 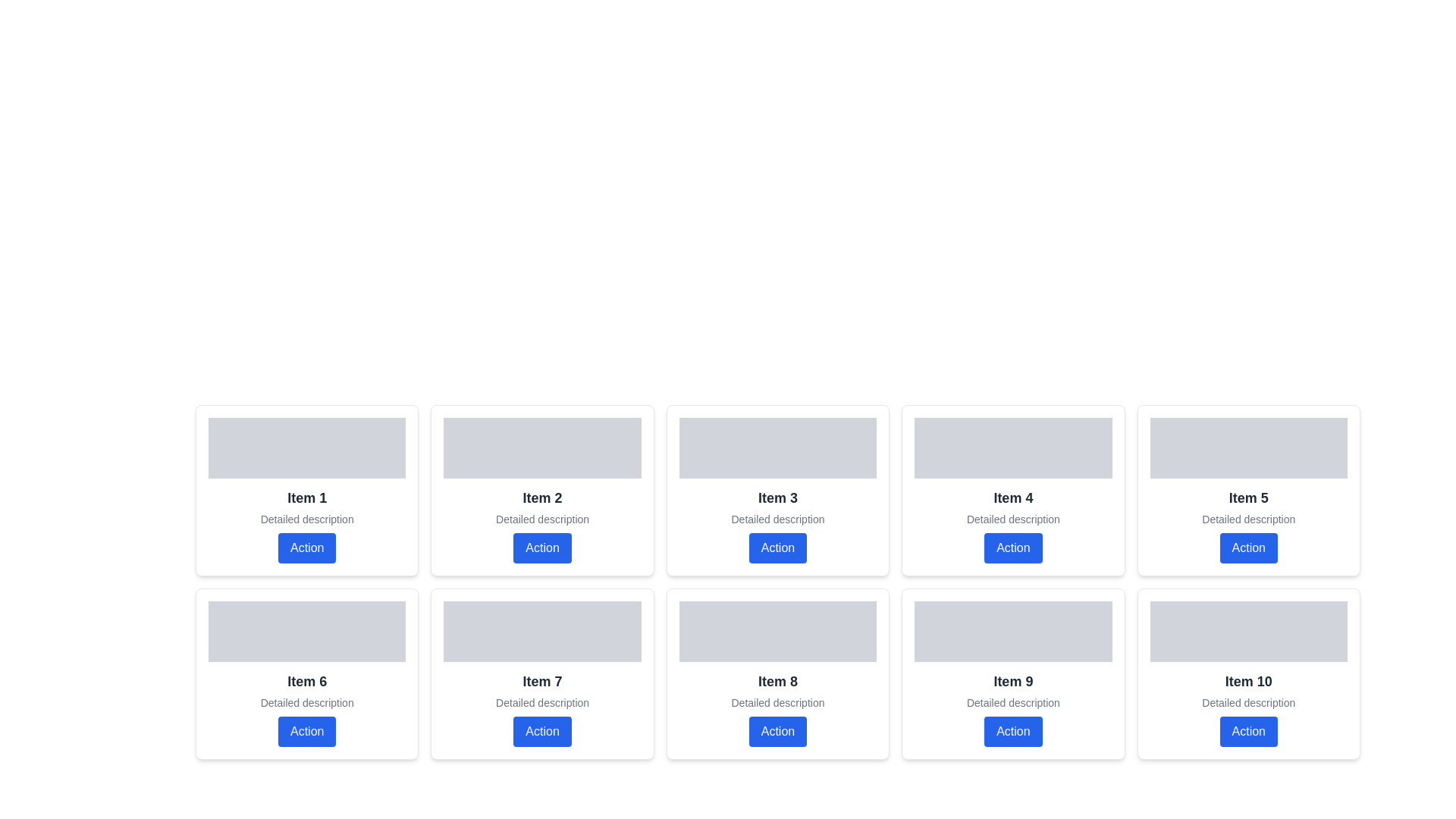 What do you see at coordinates (778, 548) in the screenshot?
I see `the button located at the bottom of the card titled 'Item 3' to change its appearance` at bounding box center [778, 548].